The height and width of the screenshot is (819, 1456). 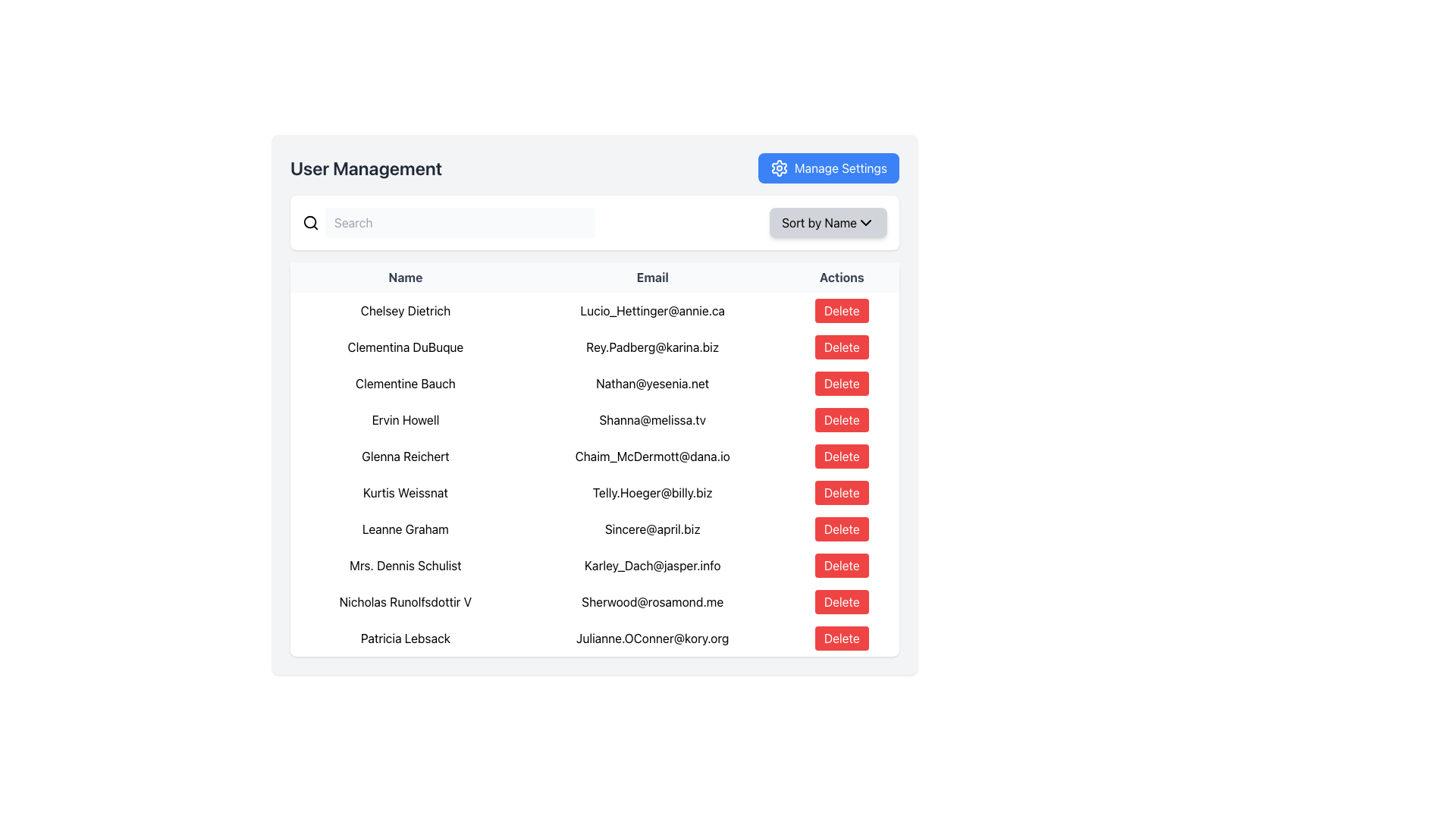 I want to click on the text label element displaying 'Mrs. Dennis Schulist' located in the 'Name' column of the table, specifically in the seventh row, so click(x=405, y=565).